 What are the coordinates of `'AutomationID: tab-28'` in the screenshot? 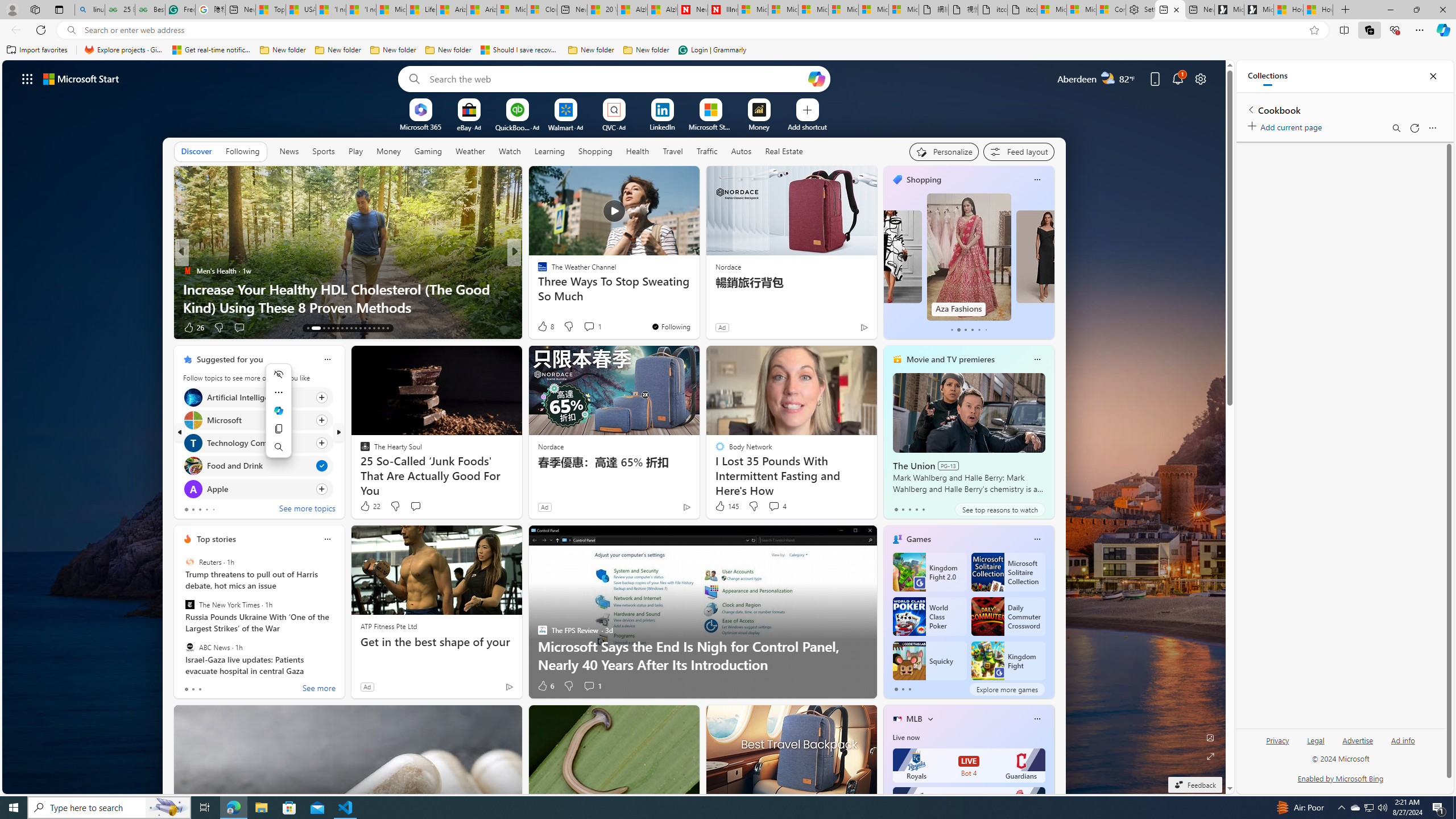 It's located at (382, 328).